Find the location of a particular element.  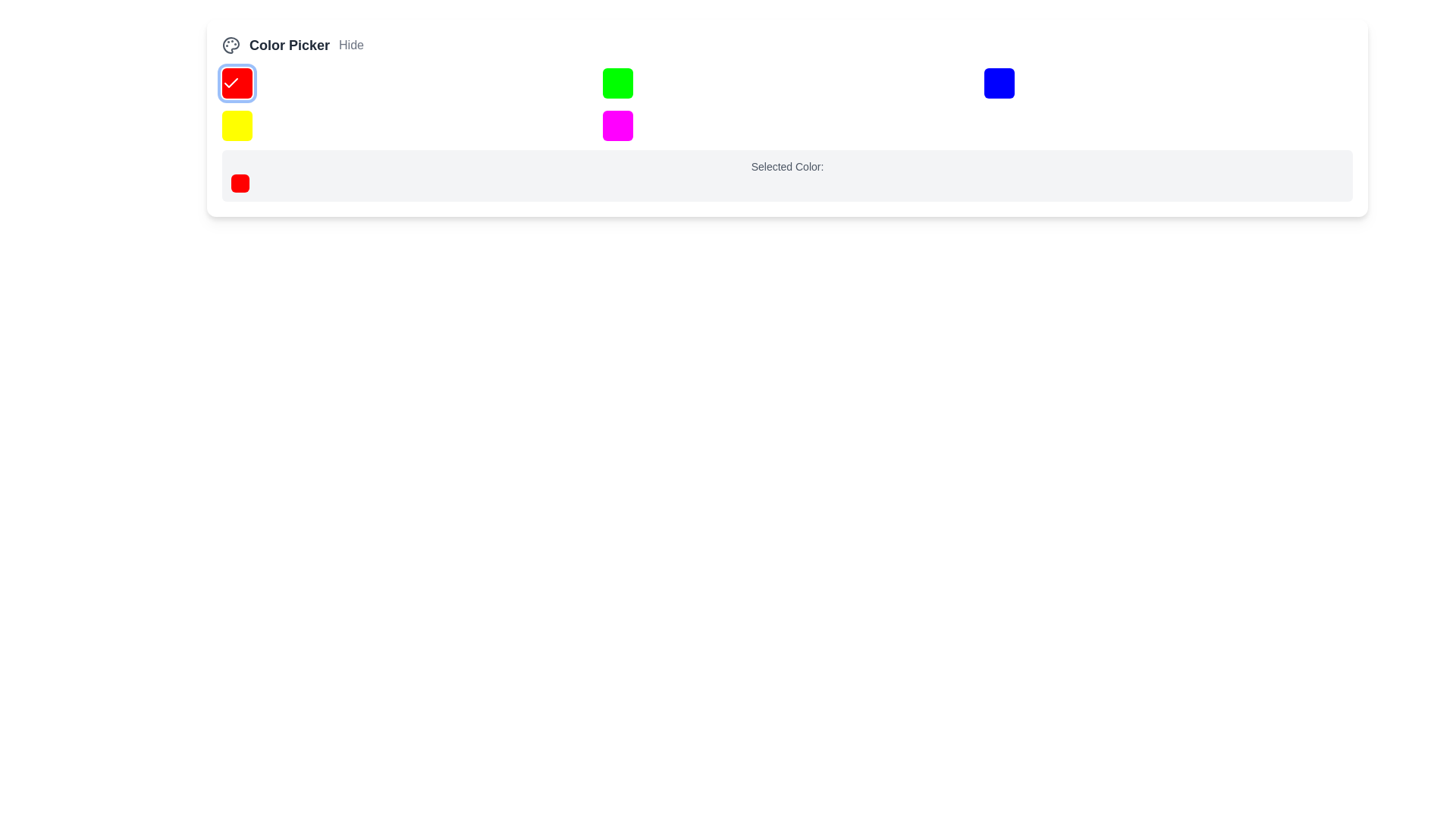

the 'Color Picker' Text Label element, which is a prominent label in dark-gray font, located between a palette icon and a 'Hide' button is located at coordinates (290, 45).